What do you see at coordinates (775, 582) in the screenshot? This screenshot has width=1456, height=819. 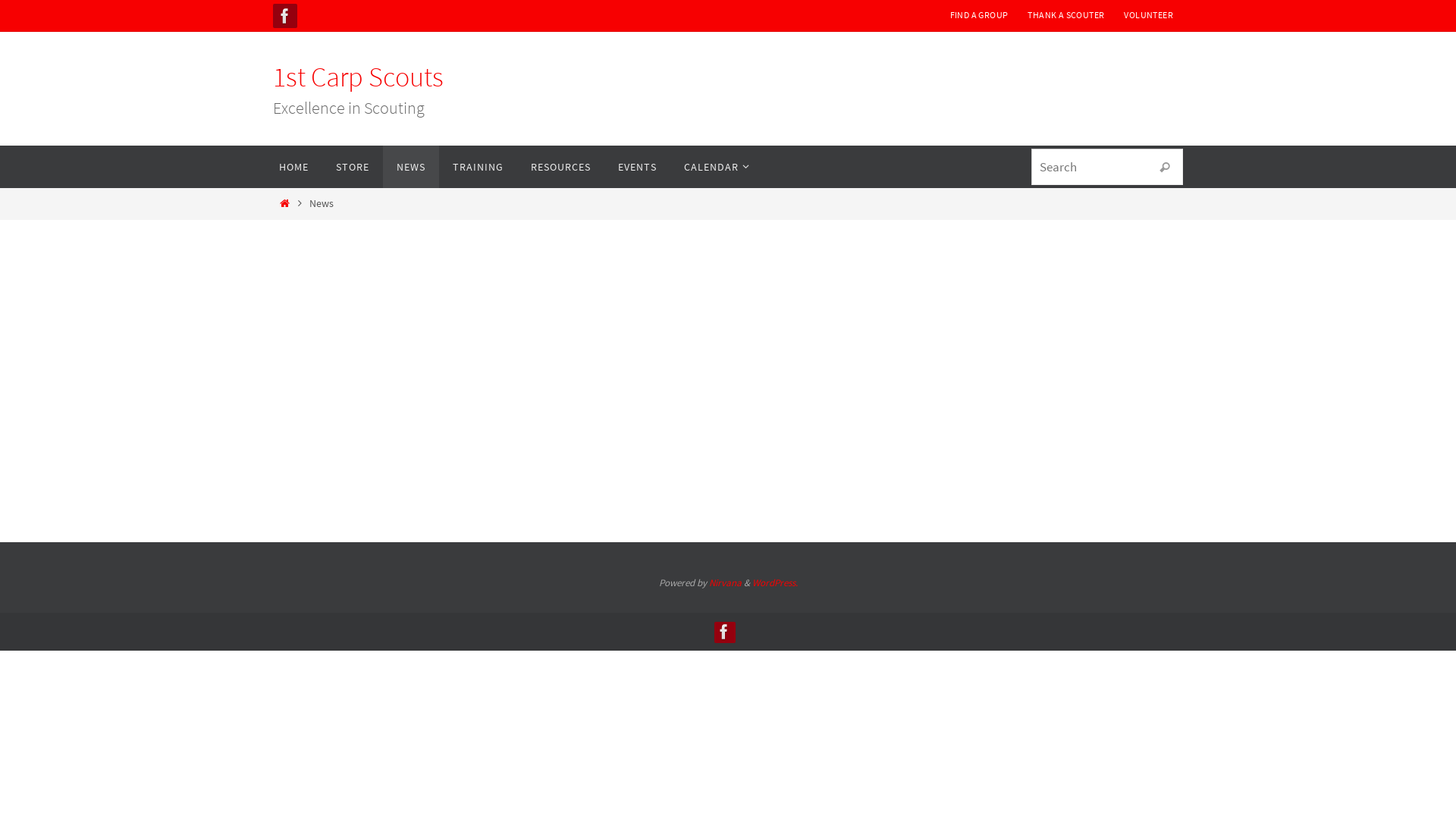 I see `'WordPress.'` at bounding box center [775, 582].